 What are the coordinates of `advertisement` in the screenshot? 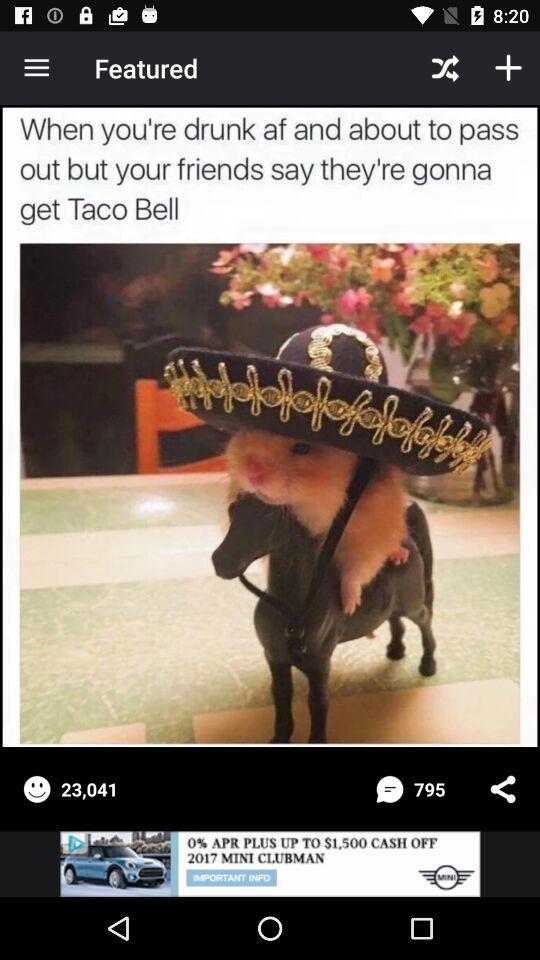 It's located at (270, 863).